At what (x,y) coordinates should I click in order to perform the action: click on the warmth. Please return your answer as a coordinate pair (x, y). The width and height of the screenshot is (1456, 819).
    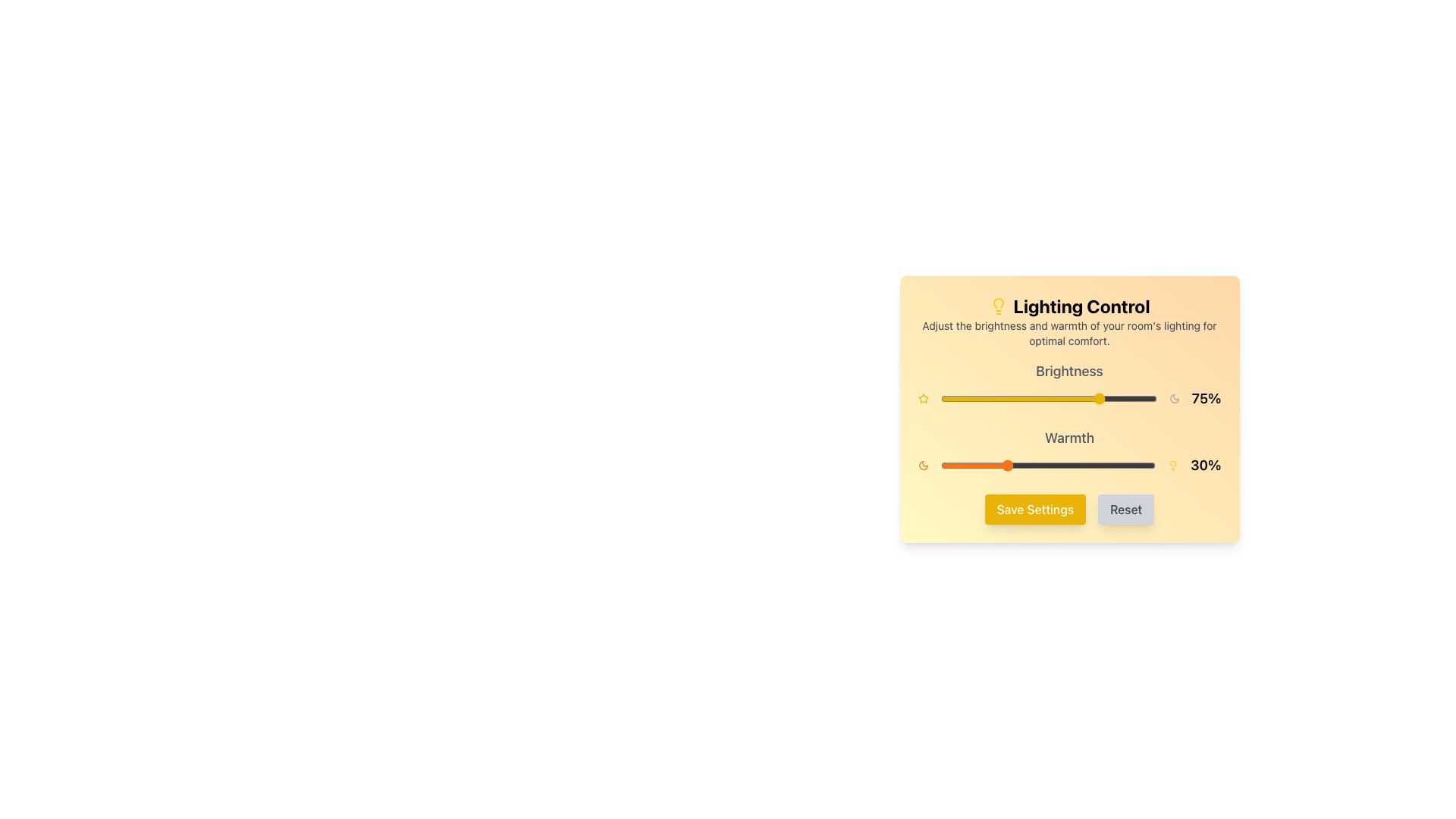
    Looking at the image, I should click on (1086, 464).